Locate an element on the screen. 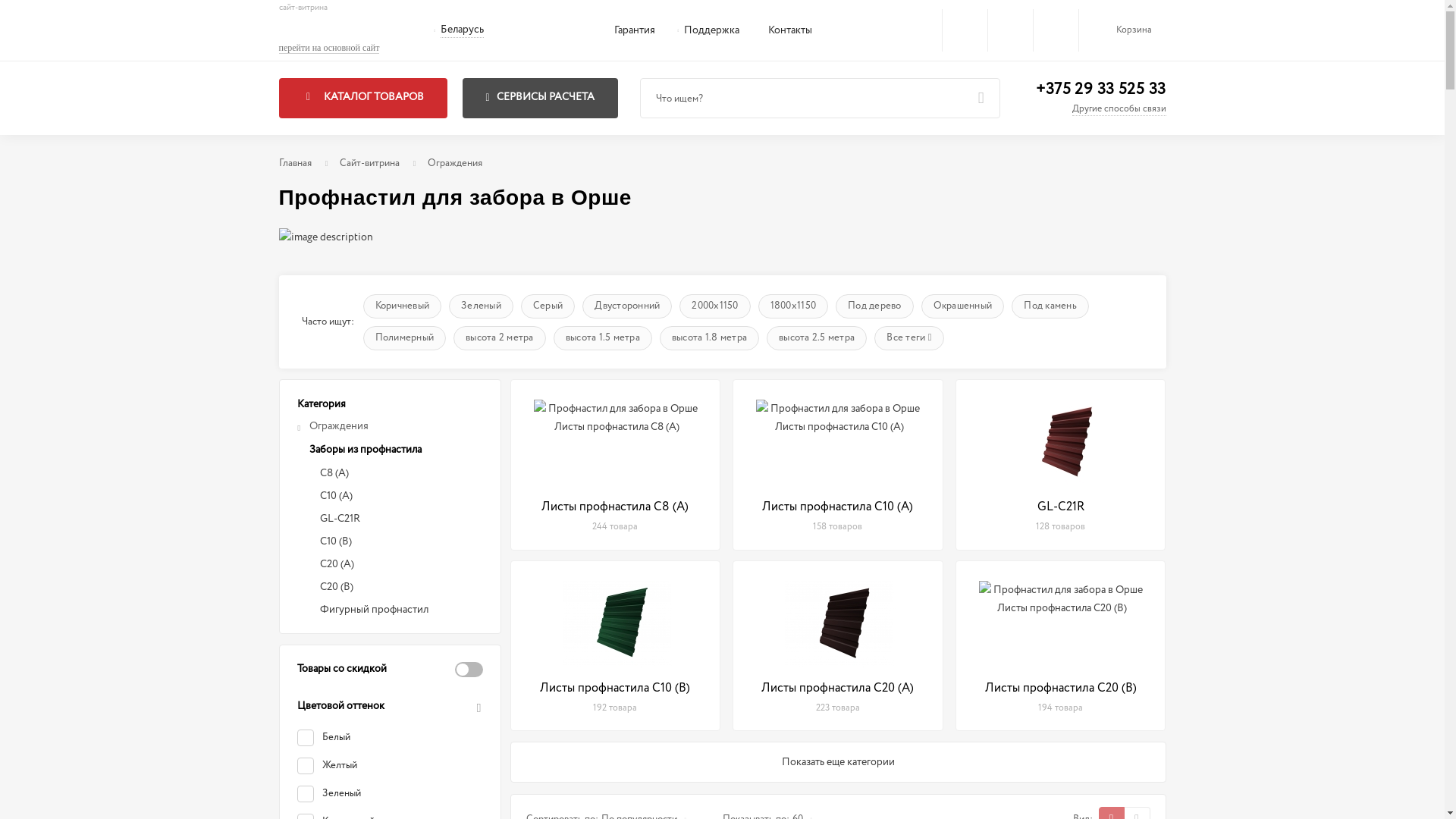 The image size is (1456, 819). '+375 29 33 525 33' is located at coordinates (1035, 89).